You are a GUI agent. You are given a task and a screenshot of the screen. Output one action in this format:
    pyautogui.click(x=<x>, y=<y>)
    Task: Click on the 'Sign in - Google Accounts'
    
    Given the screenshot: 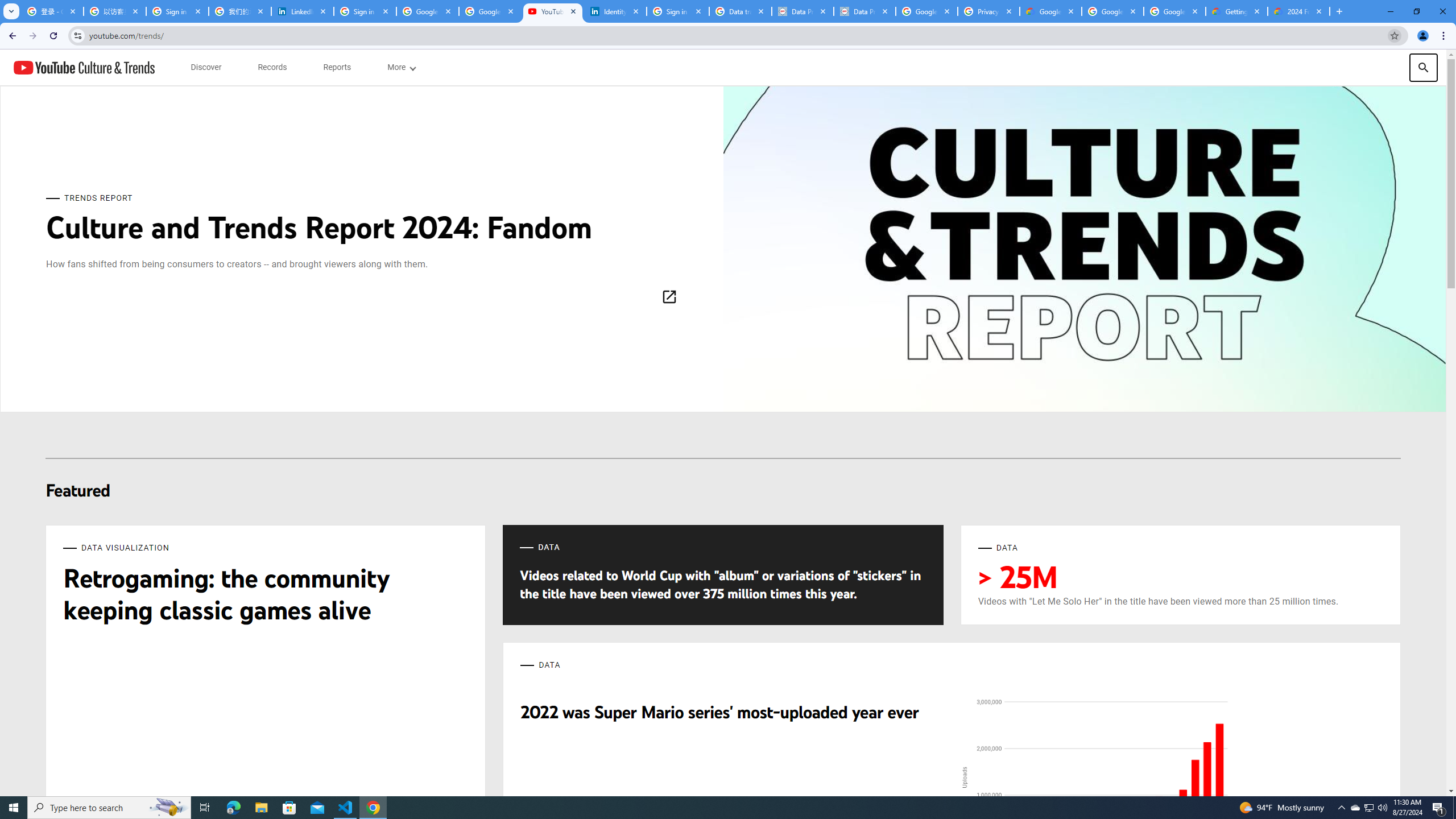 What is the action you would take?
    pyautogui.click(x=677, y=11)
    